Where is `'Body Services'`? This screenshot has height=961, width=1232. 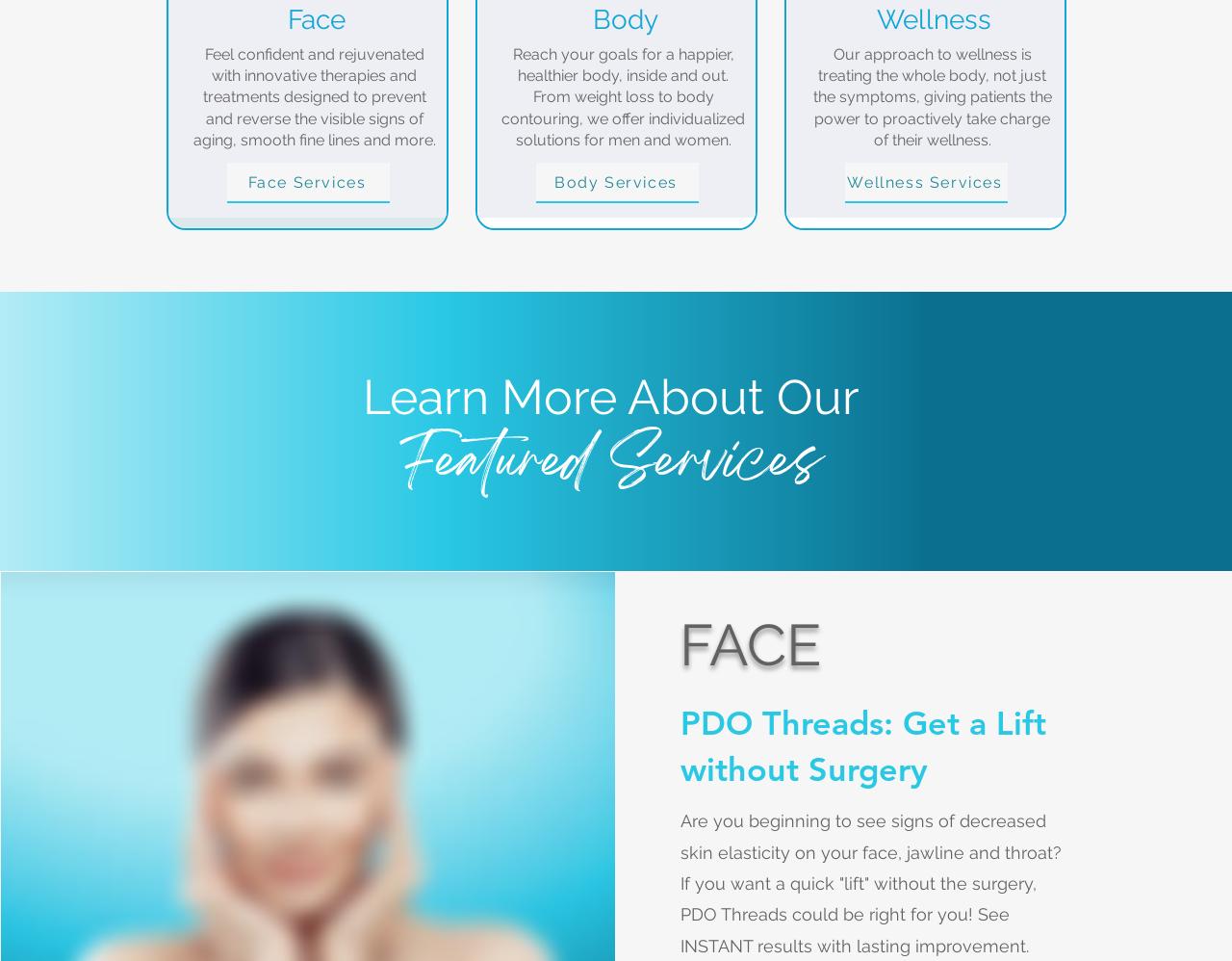 'Body Services' is located at coordinates (614, 180).